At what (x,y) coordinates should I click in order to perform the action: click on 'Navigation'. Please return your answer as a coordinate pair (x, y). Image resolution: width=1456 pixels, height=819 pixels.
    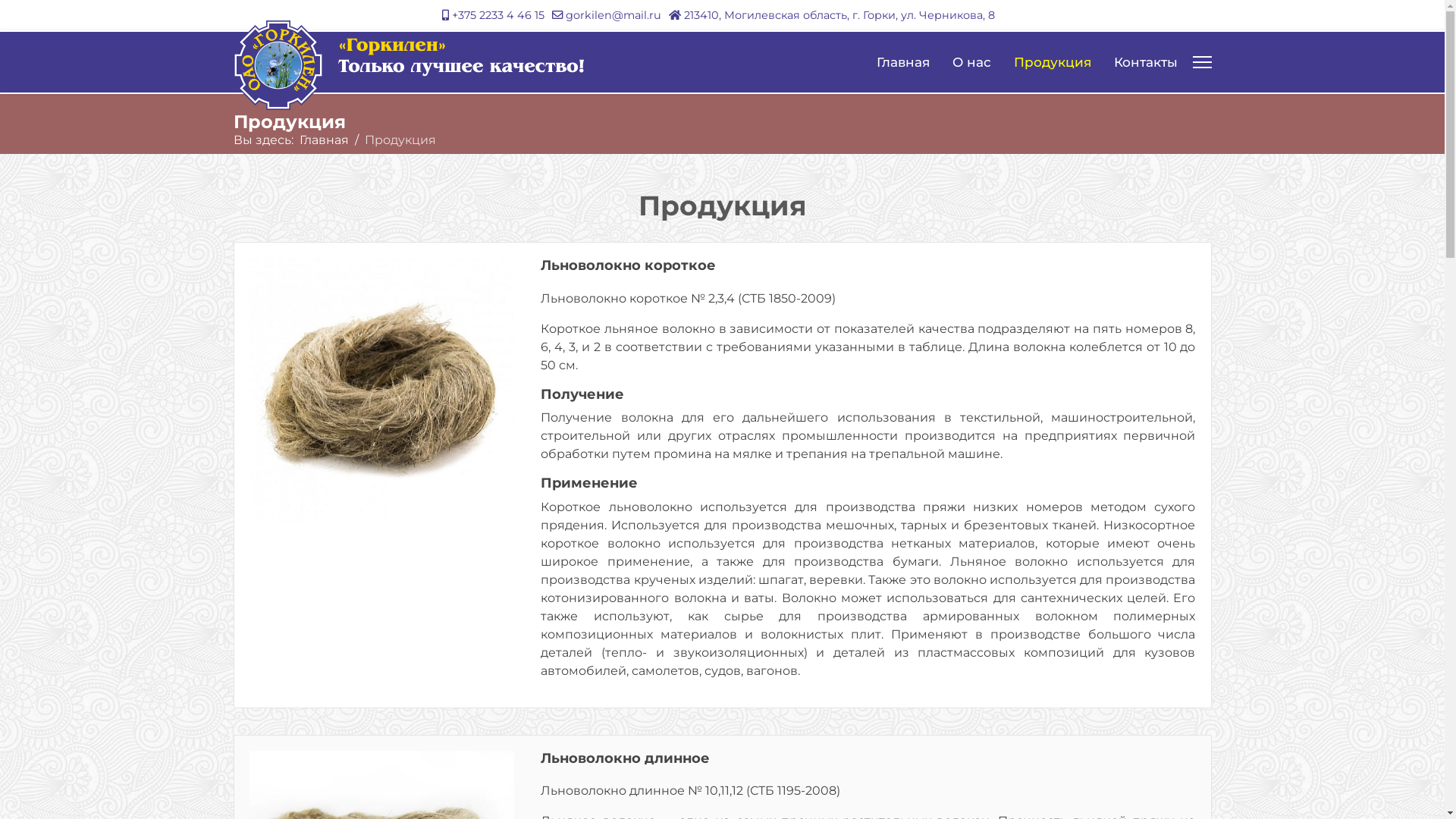
    Looking at the image, I should click on (1200, 61).